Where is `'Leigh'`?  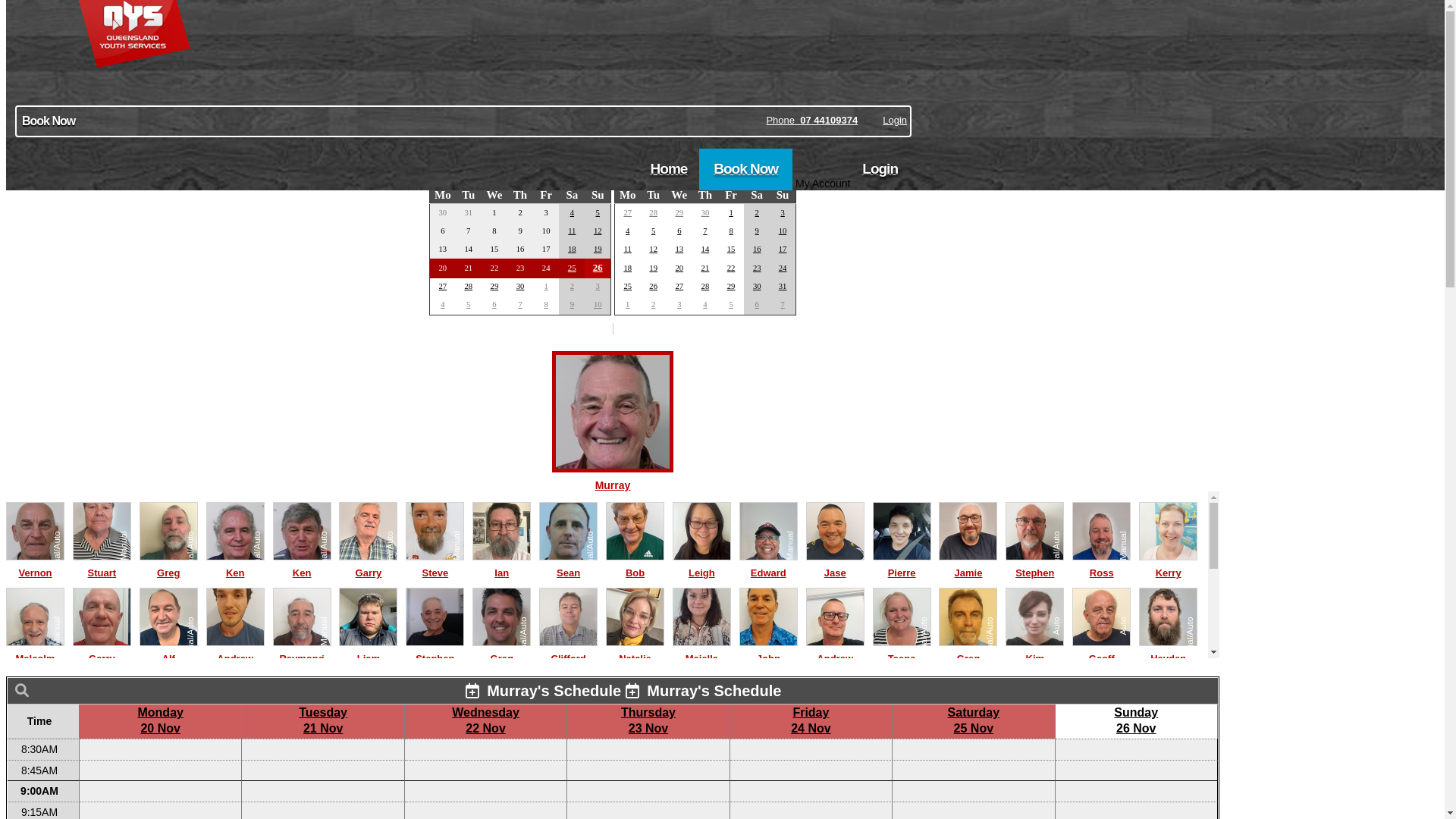 'Leigh' is located at coordinates (701, 565).